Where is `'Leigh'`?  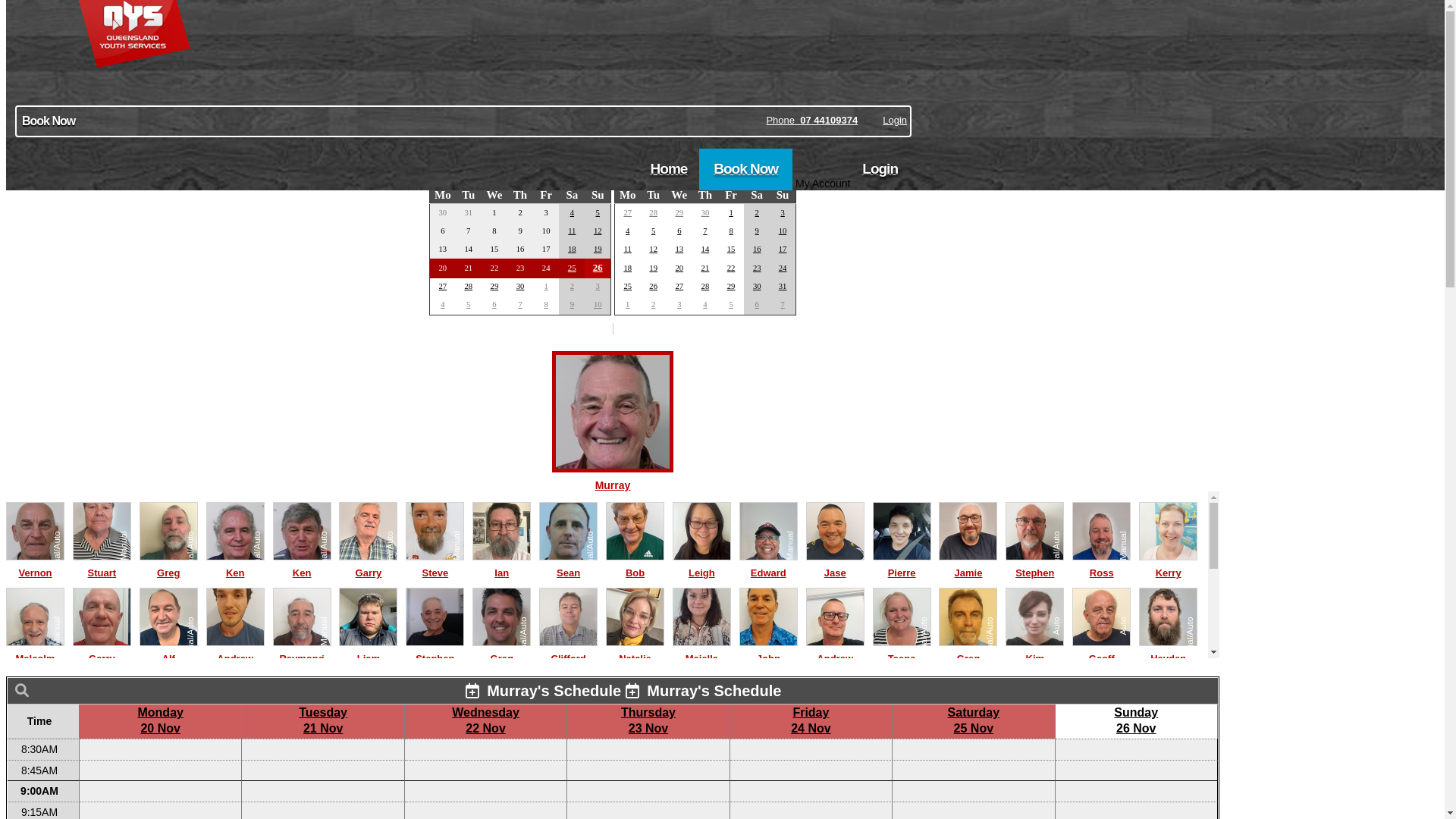 'Leigh' is located at coordinates (701, 565).